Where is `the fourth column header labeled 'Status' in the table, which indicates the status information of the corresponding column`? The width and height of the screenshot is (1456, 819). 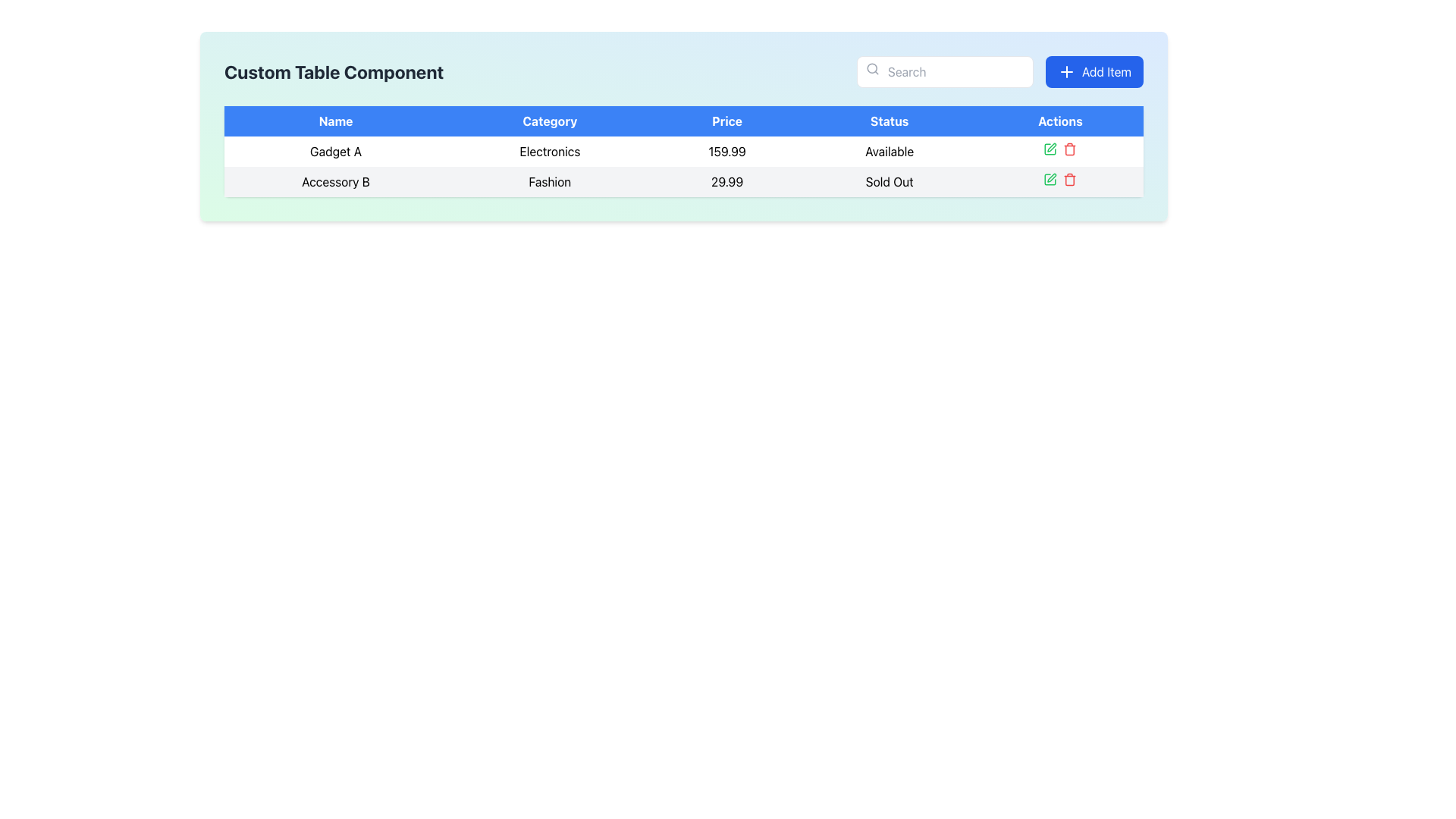
the fourth column header labeled 'Status' in the table, which indicates the status information of the corresponding column is located at coordinates (890, 120).